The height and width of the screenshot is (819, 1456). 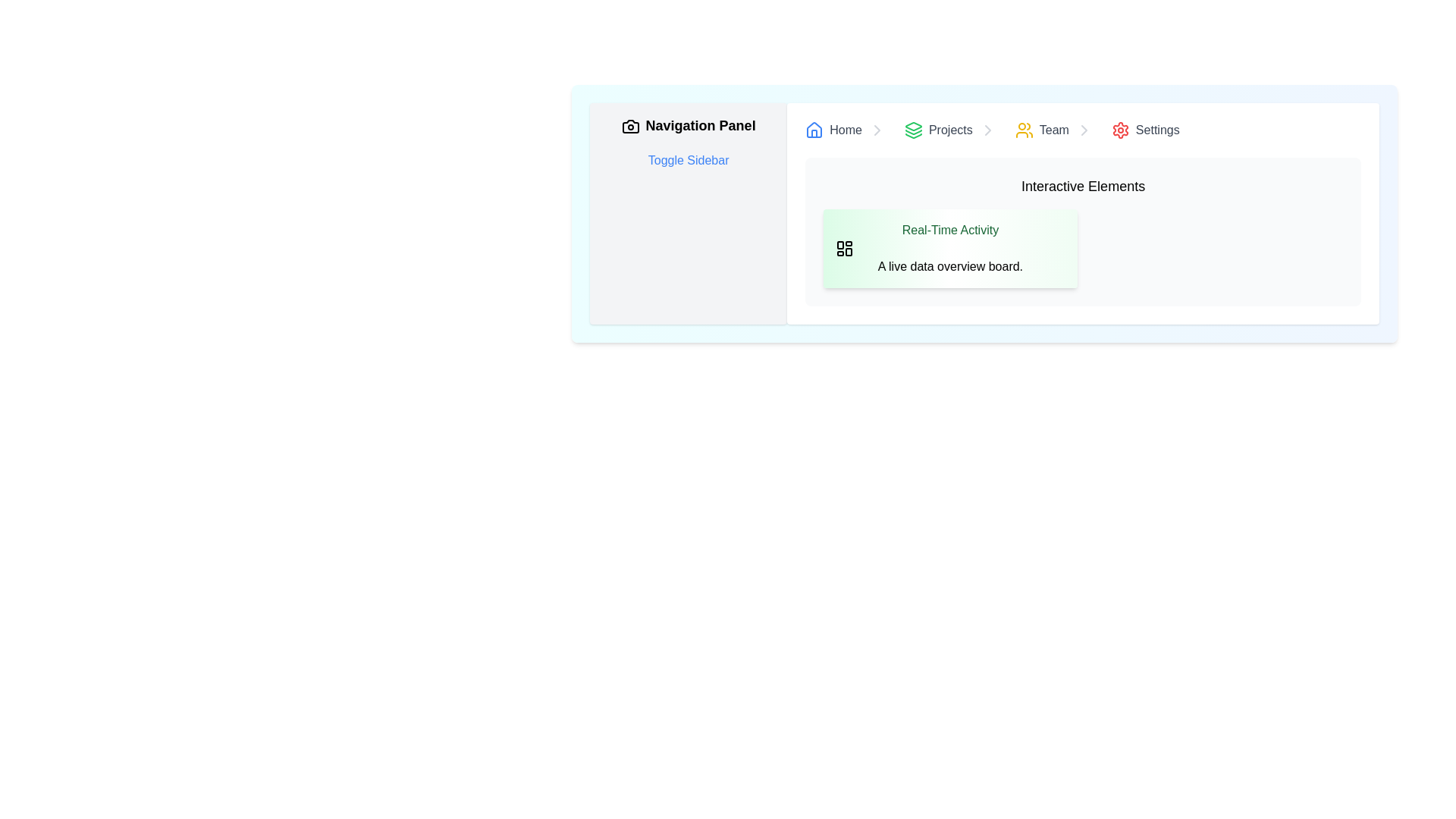 I want to click on the house-shaped icon with a blue outline located to the left of the 'Home' link in the top navigation bar, so click(x=814, y=130).